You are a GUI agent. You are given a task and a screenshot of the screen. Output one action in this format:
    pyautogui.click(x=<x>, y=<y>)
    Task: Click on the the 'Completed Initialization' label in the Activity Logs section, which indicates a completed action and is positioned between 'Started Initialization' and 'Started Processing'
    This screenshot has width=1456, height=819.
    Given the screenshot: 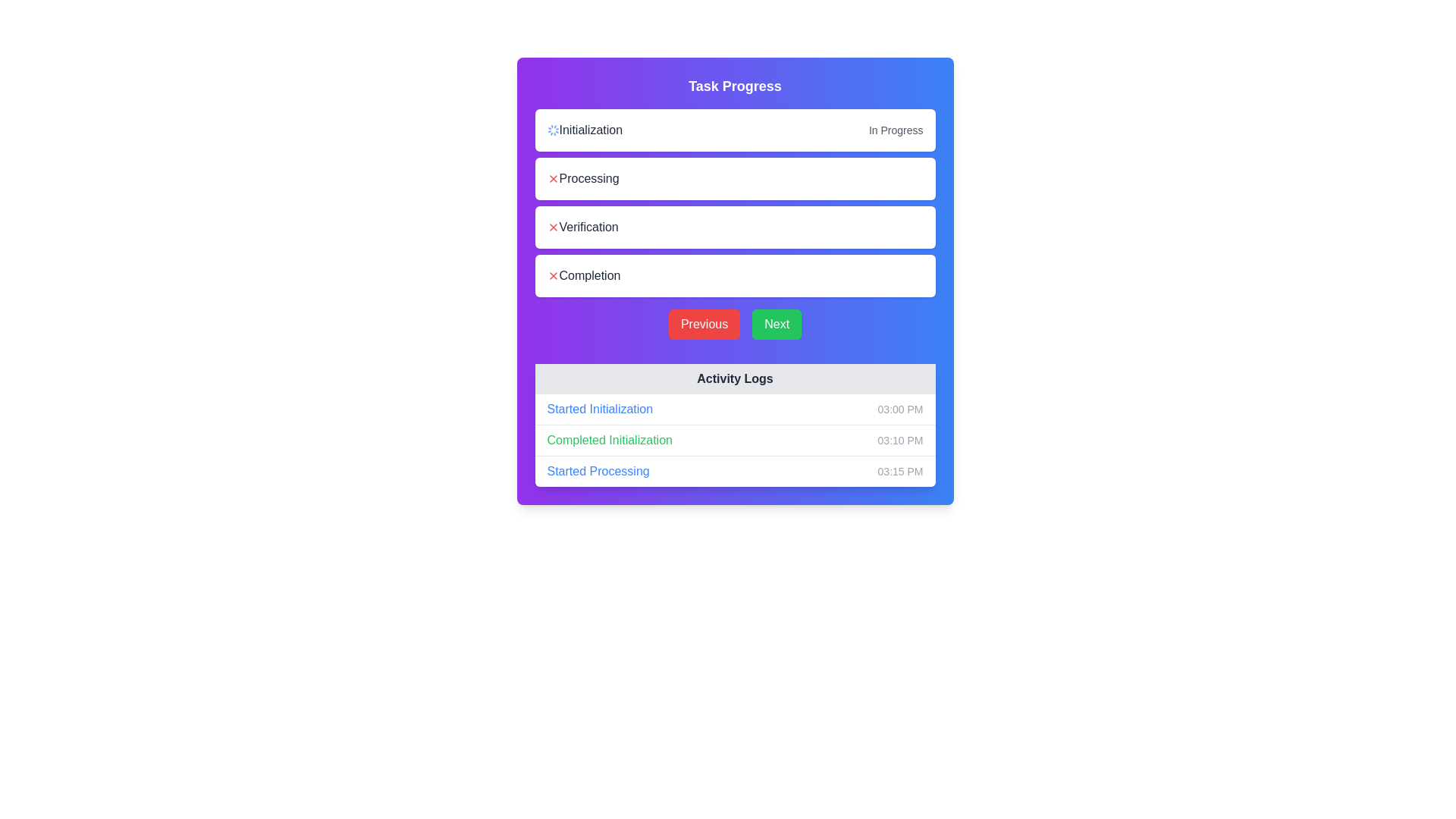 What is the action you would take?
    pyautogui.click(x=610, y=441)
    